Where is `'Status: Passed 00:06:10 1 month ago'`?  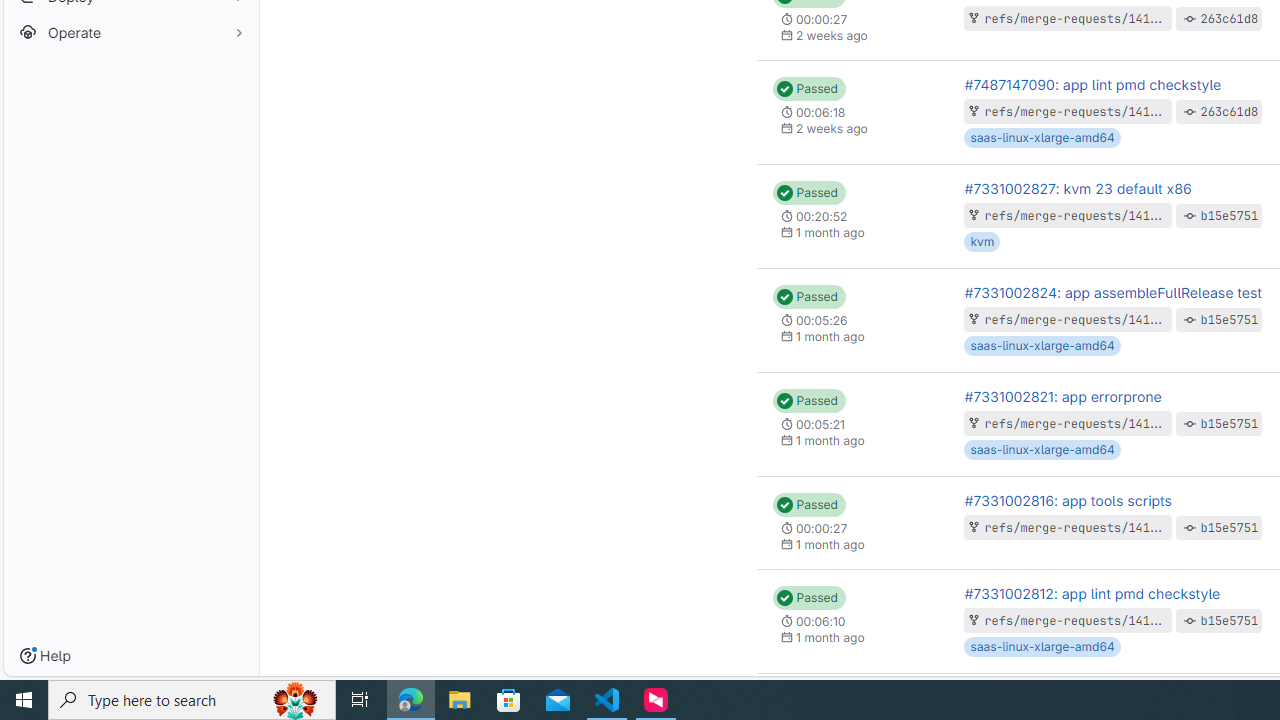 'Status: Passed 00:06:10 1 month ago' is located at coordinates (852, 620).